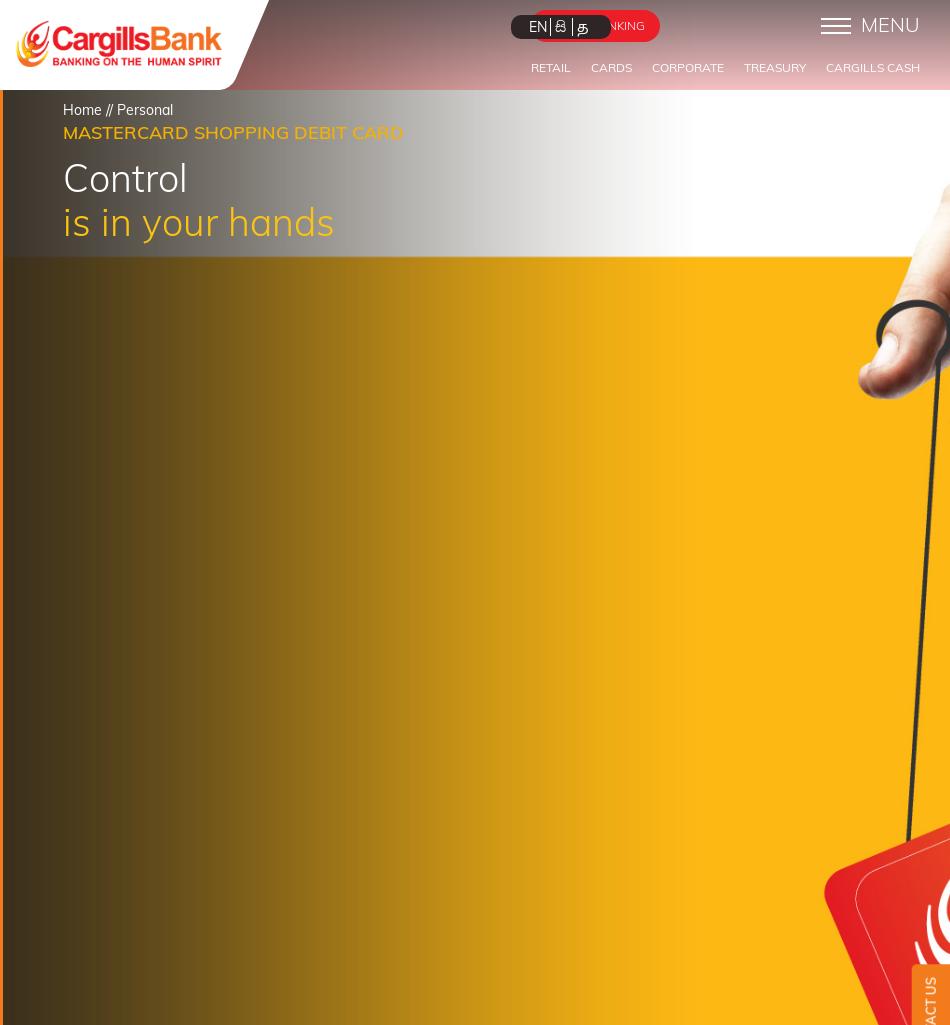  What do you see at coordinates (137, 109) in the screenshot?
I see `'//
	Personal'` at bounding box center [137, 109].